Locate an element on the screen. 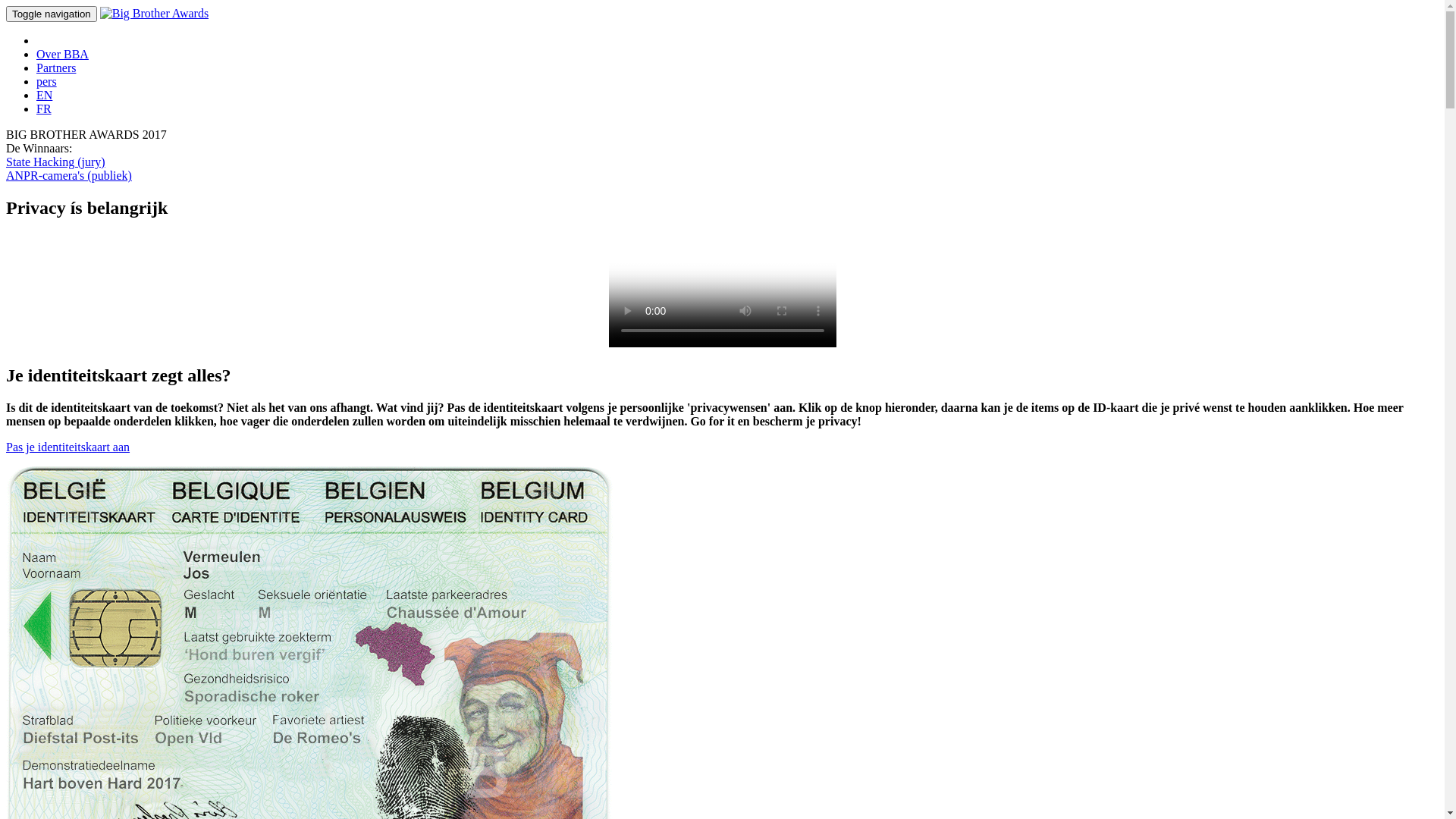  'FR' is located at coordinates (43, 108).